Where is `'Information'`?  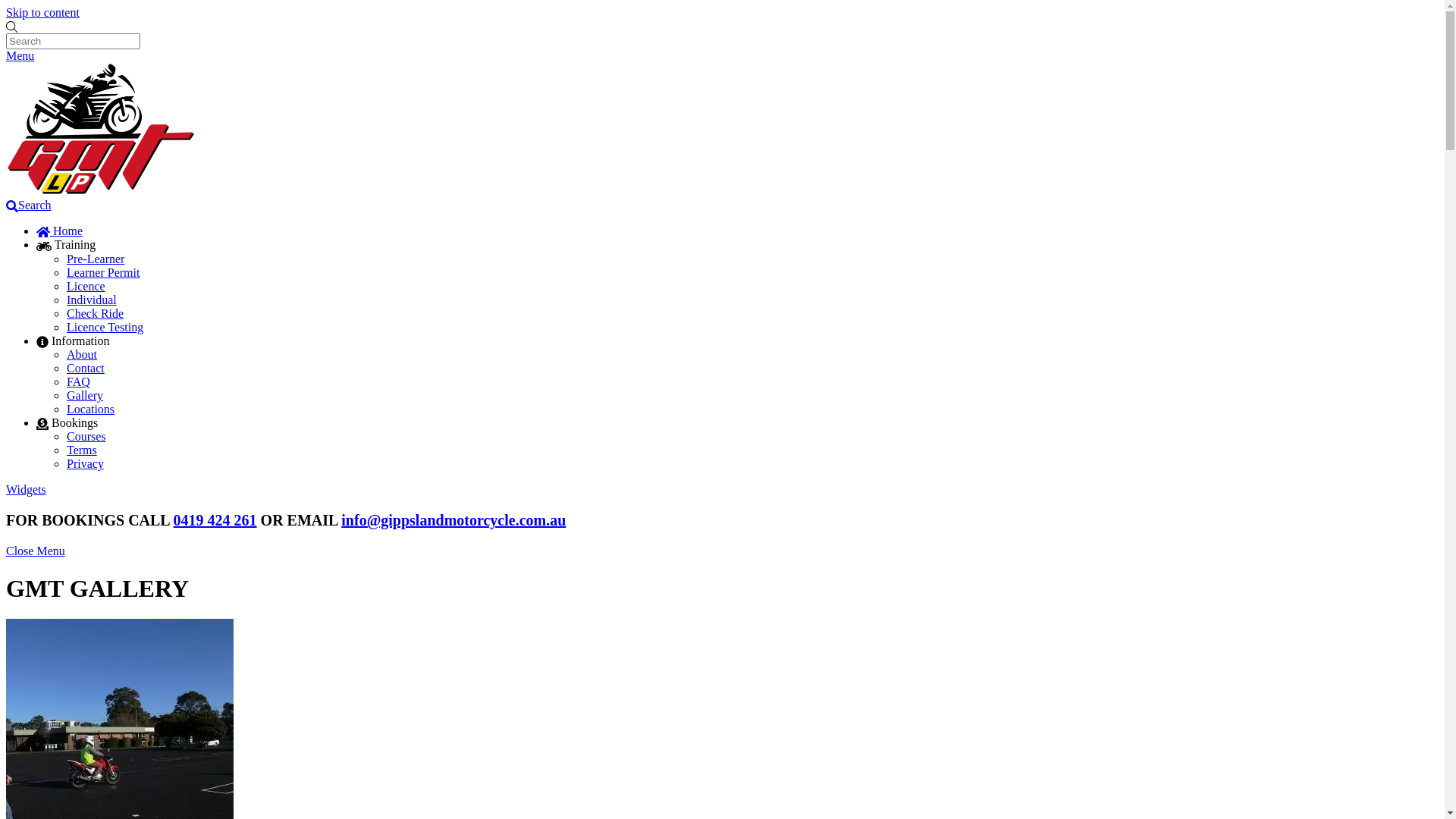 'Information' is located at coordinates (72, 340).